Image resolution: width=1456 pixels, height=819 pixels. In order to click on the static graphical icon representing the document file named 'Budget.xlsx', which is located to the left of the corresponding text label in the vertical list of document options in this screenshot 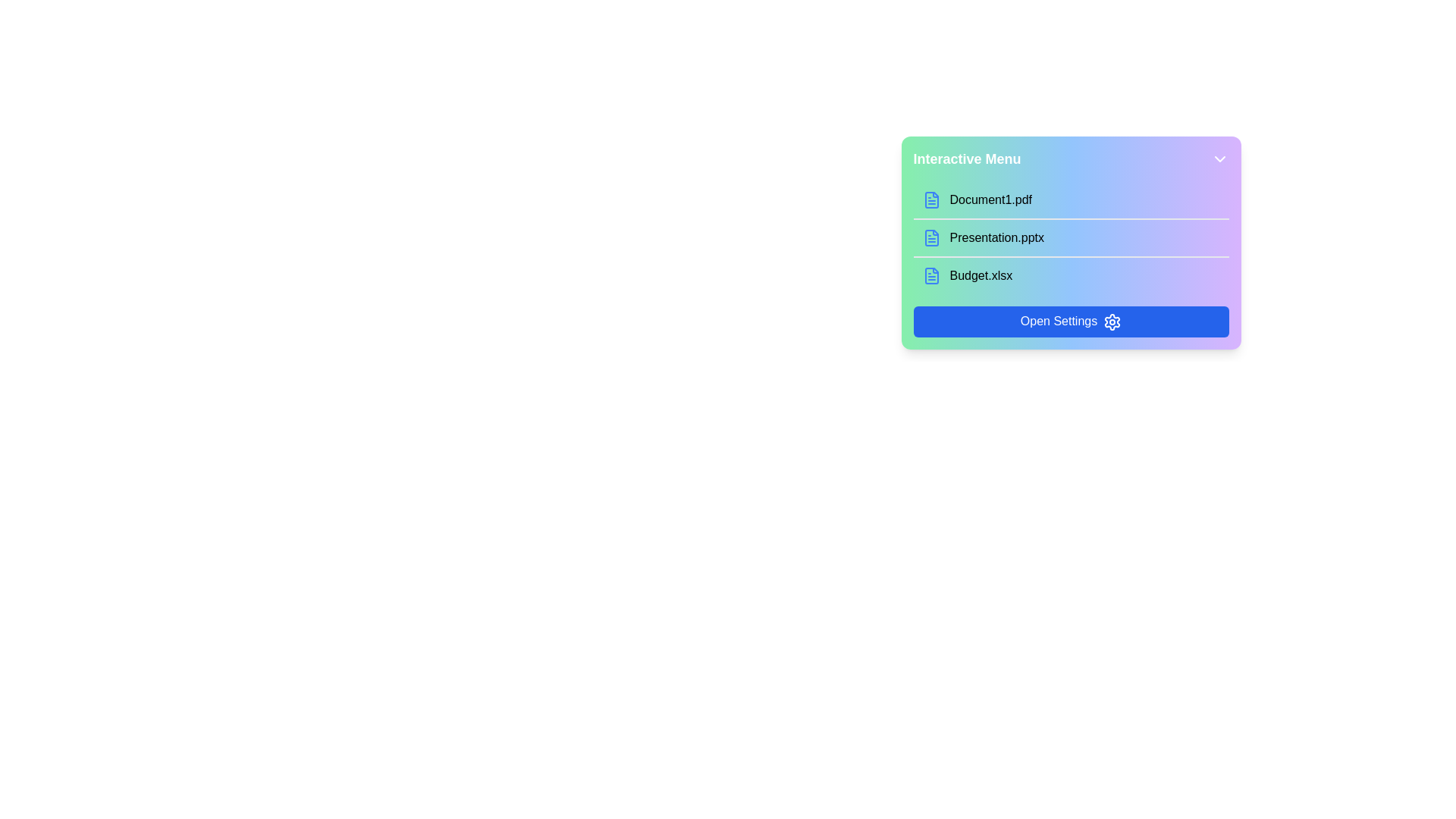, I will do `click(930, 275)`.